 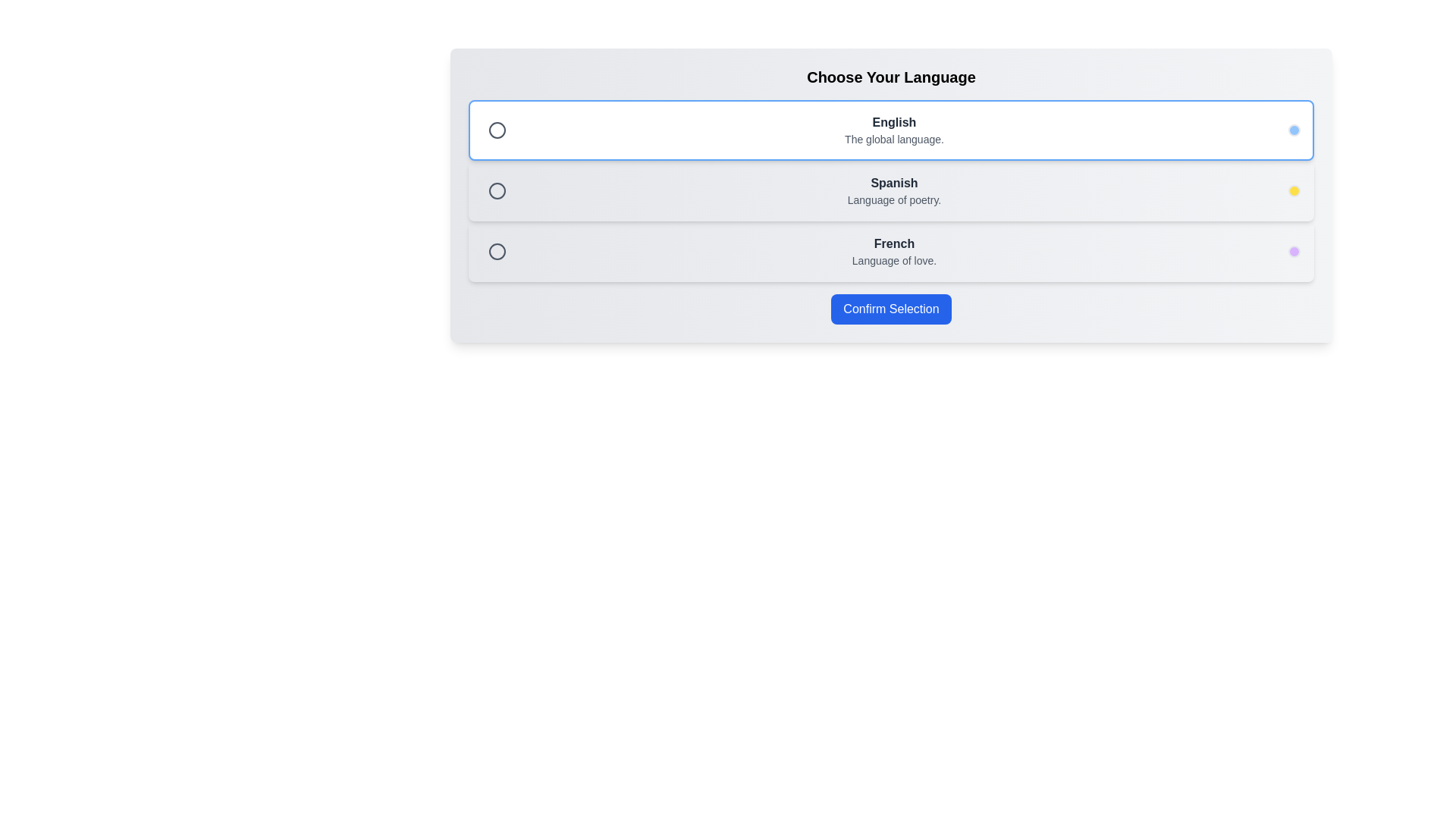 What do you see at coordinates (894, 259) in the screenshot?
I see `the descriptive text element located below the 'French' language option, which provides additional context about the selection` at bounding box center [894, 259].